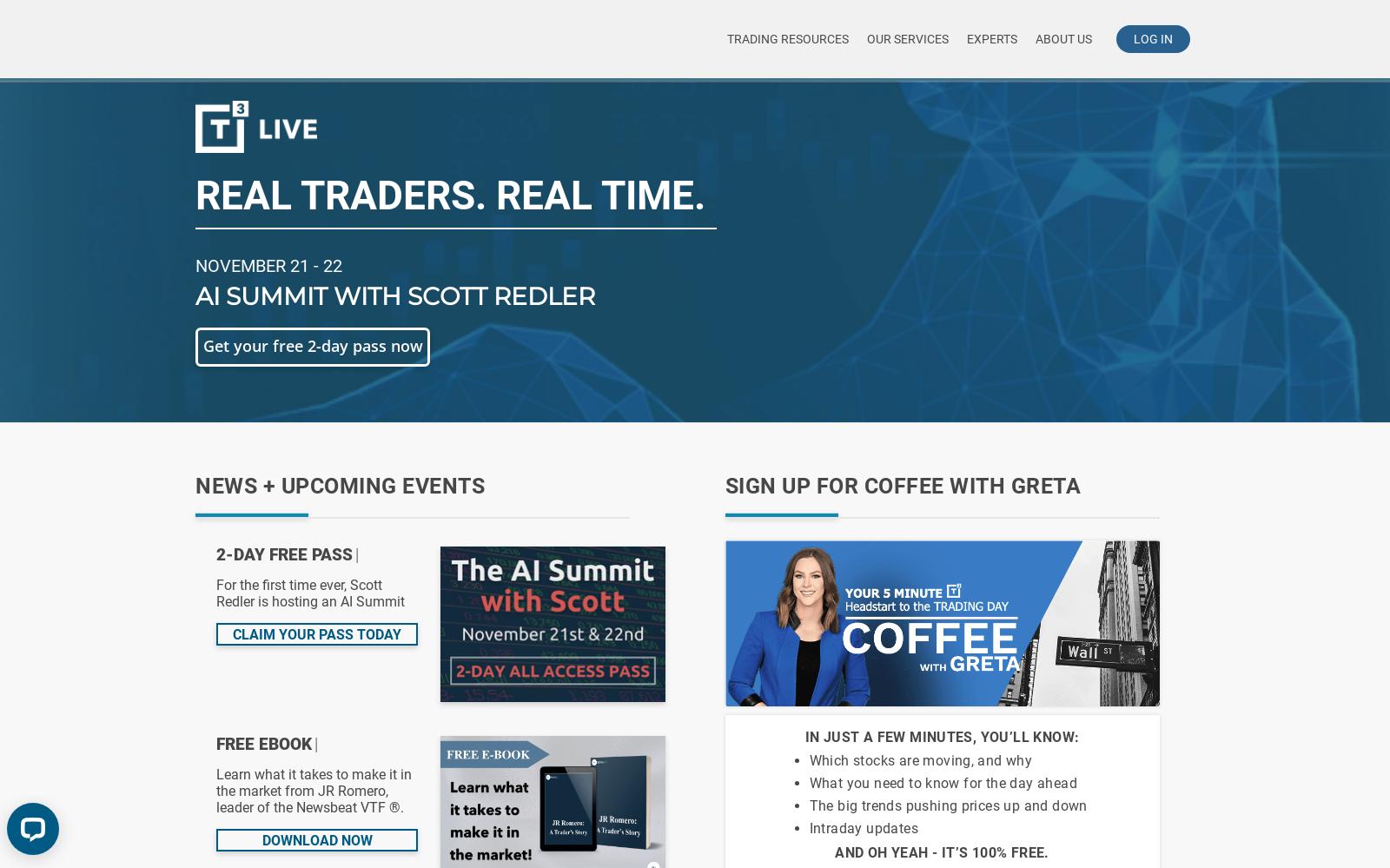 This screenshot has width=1390, height=868. I want to click on 'DOWNLOAD NOW', so click(316, 839).